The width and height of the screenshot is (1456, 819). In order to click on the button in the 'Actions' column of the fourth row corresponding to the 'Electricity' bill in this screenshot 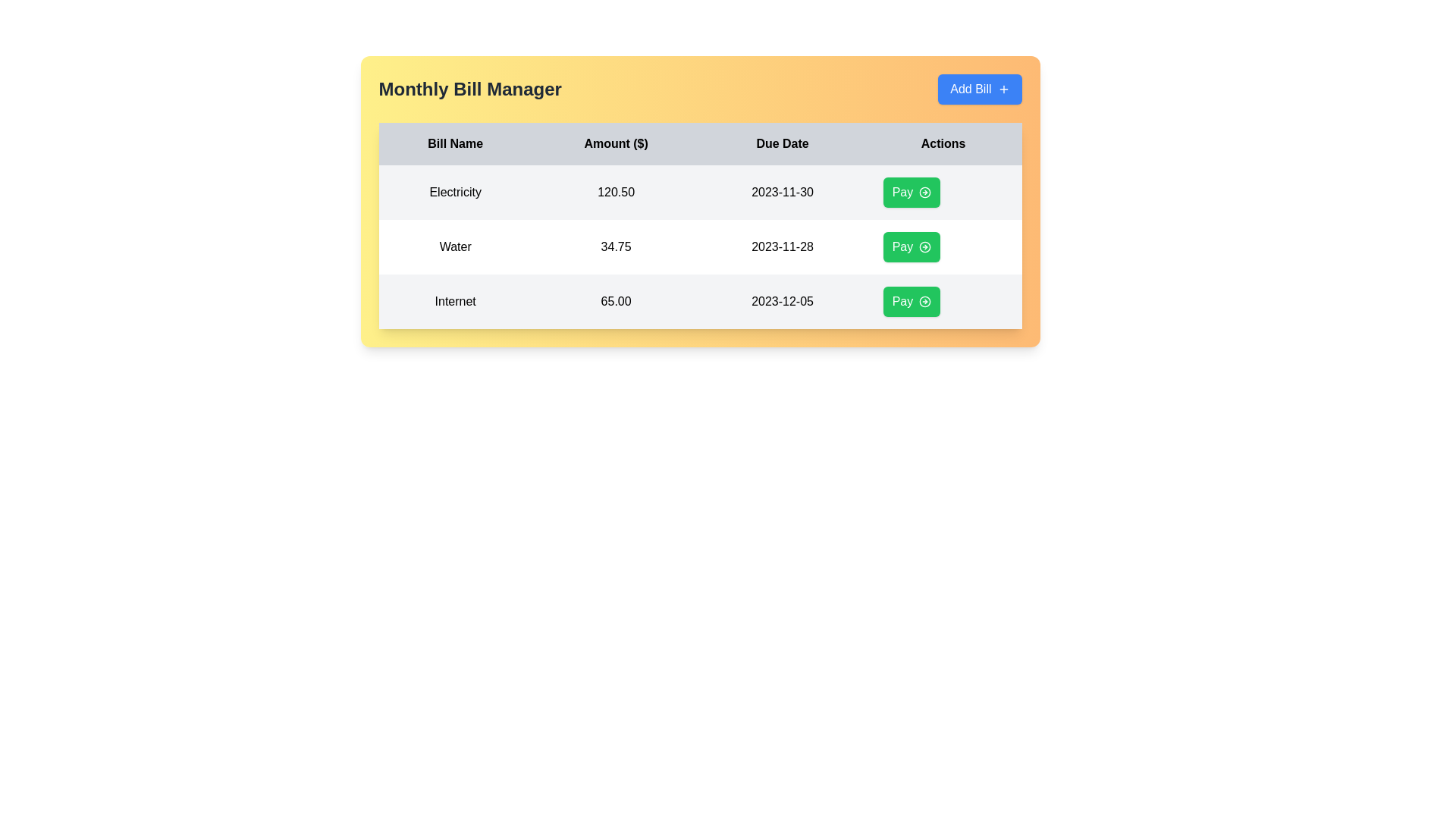, I will do `click(943, 192)`.